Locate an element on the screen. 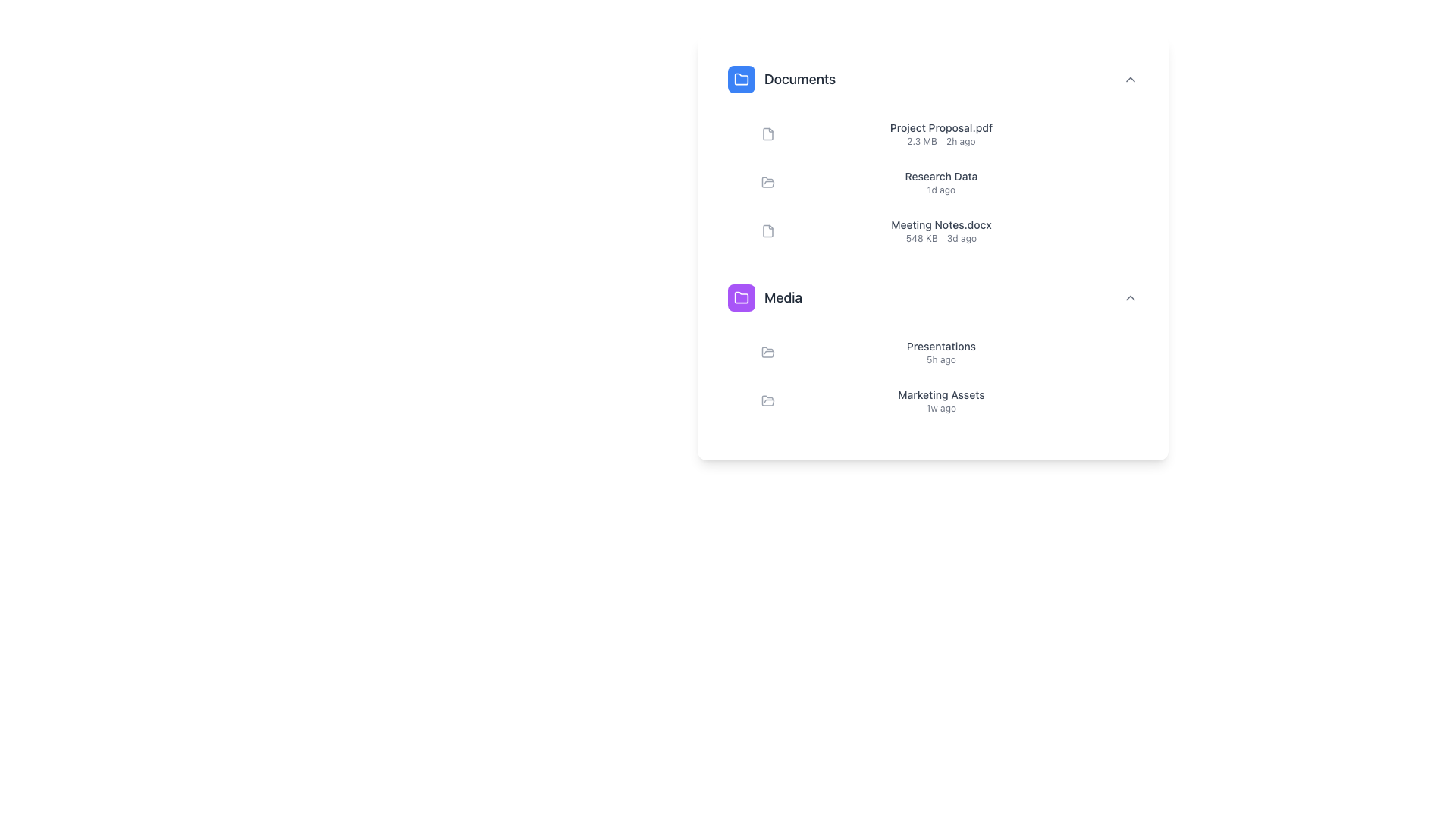 This screenshot has width=1456, height=819. the 'Documents' icon, which is the first element in the row representing the category 'Documents' is located at coordinates (742, 79).